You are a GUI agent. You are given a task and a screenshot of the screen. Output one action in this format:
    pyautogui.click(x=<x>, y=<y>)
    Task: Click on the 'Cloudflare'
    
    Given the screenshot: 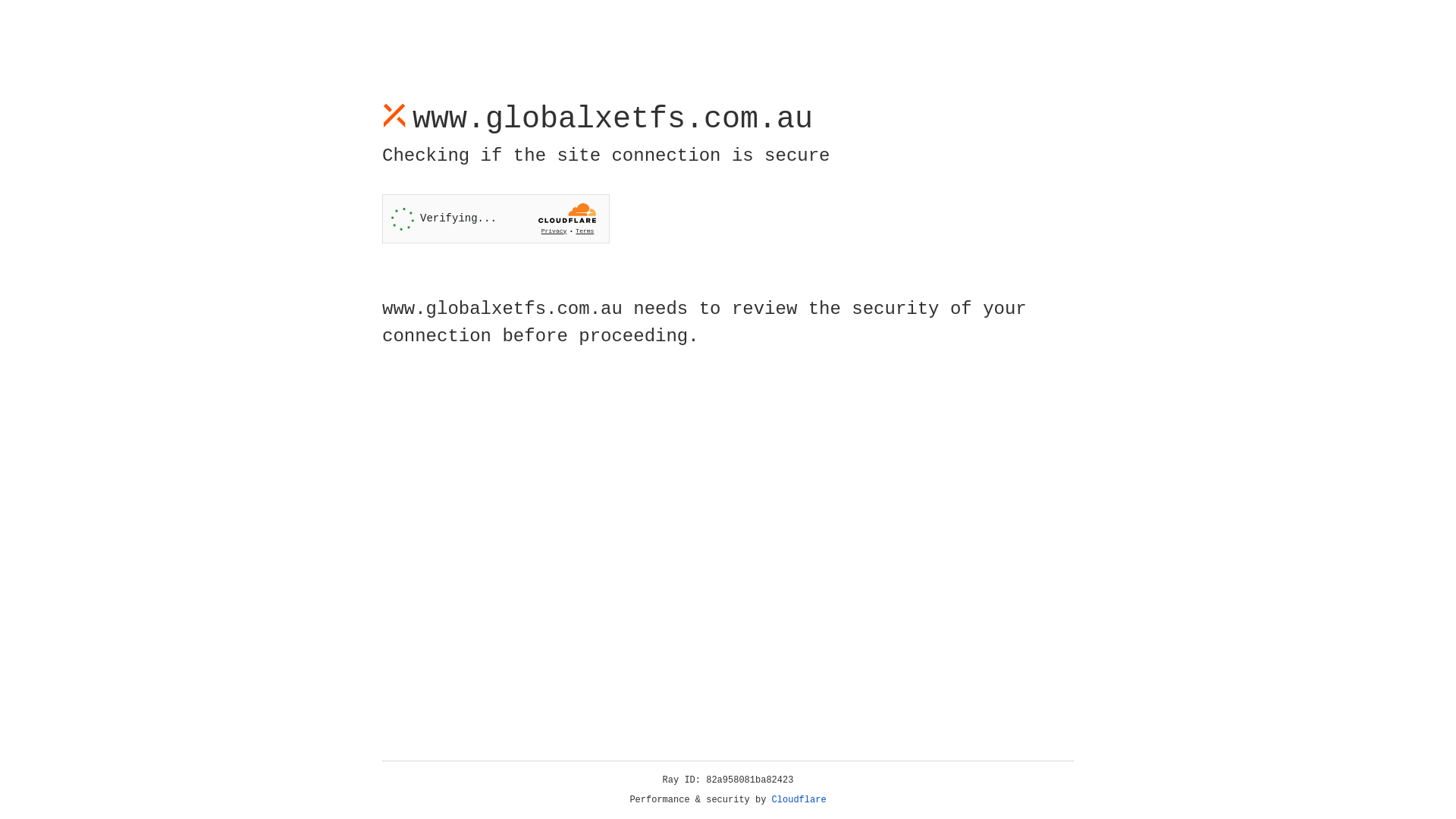 What is the action you would take?
    pyautogui.click(x=771, y=799)
    